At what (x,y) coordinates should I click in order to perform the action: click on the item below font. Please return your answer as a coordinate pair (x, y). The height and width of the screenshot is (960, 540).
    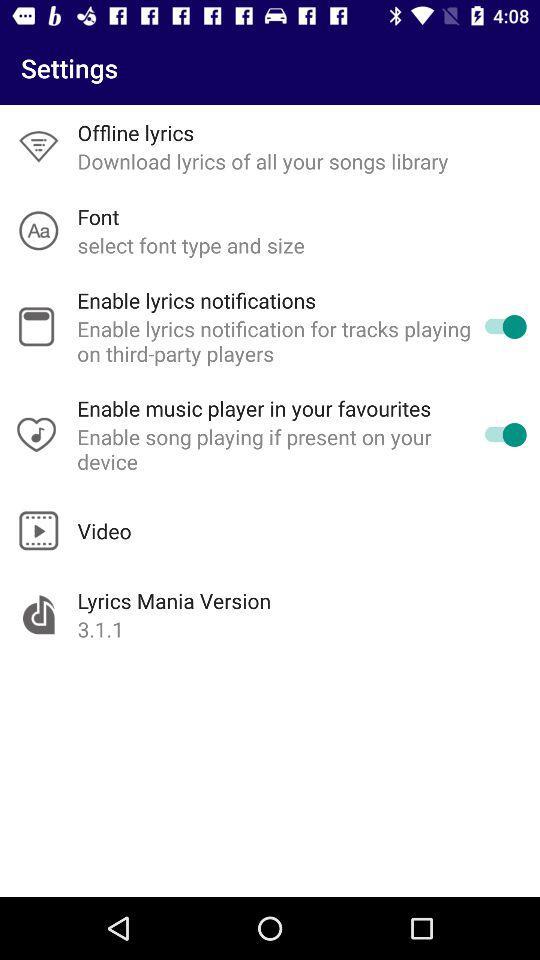
    Looking at the image, I should click on (191, 244).